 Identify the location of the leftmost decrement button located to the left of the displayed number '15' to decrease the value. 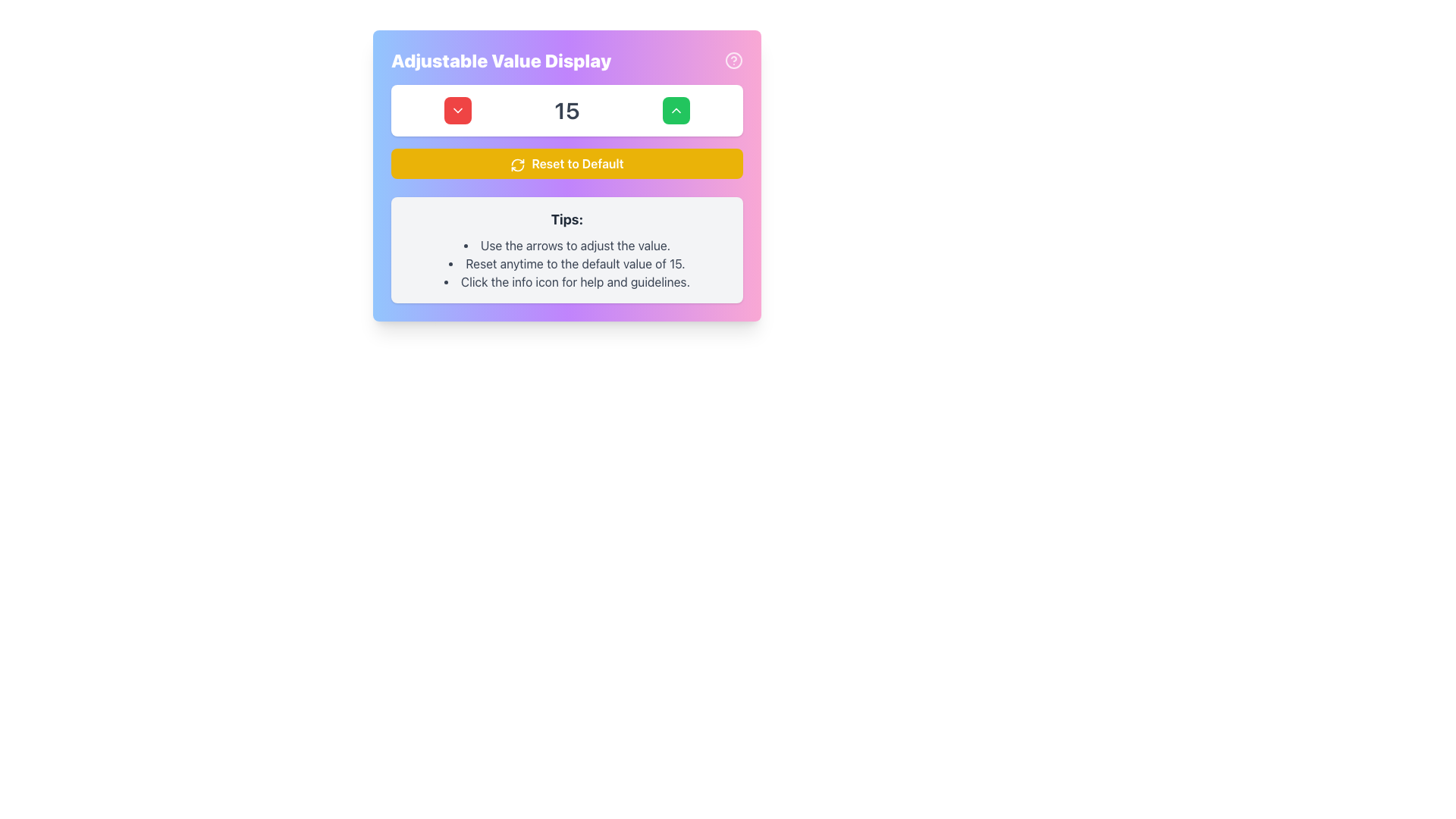
(457, 110).